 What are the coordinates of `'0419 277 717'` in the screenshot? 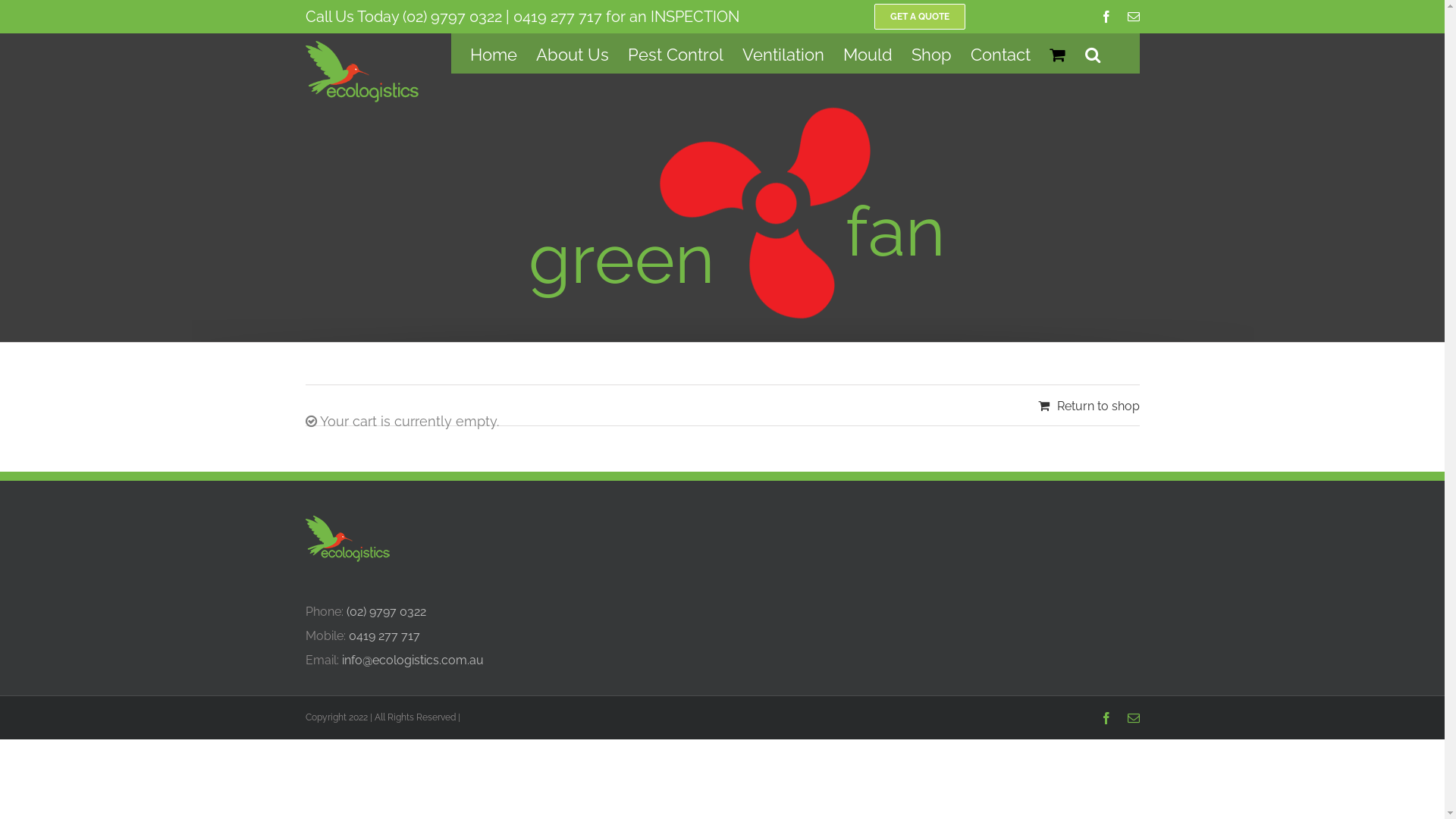 It's located at (384, 635).